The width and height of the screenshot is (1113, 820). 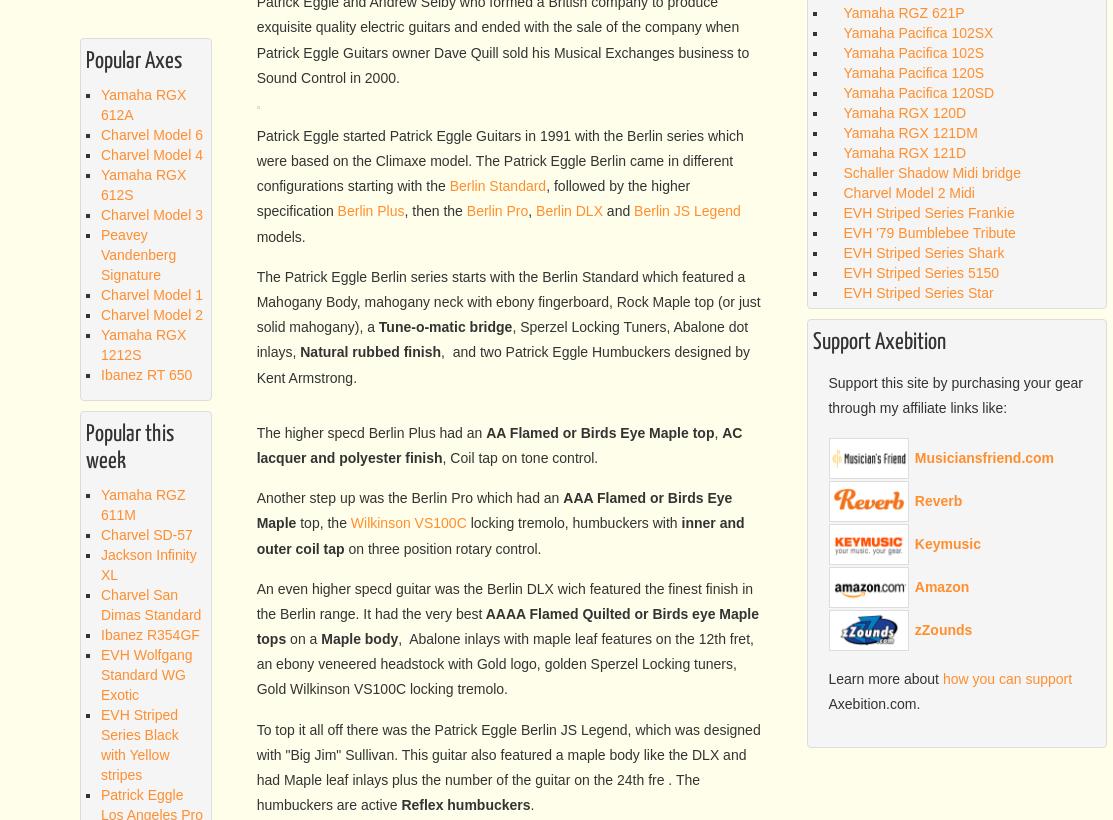 What do you see at coordinates (940, 585) in the screenshot?
I see `'Amazon'` at bounding box center [940, 585].